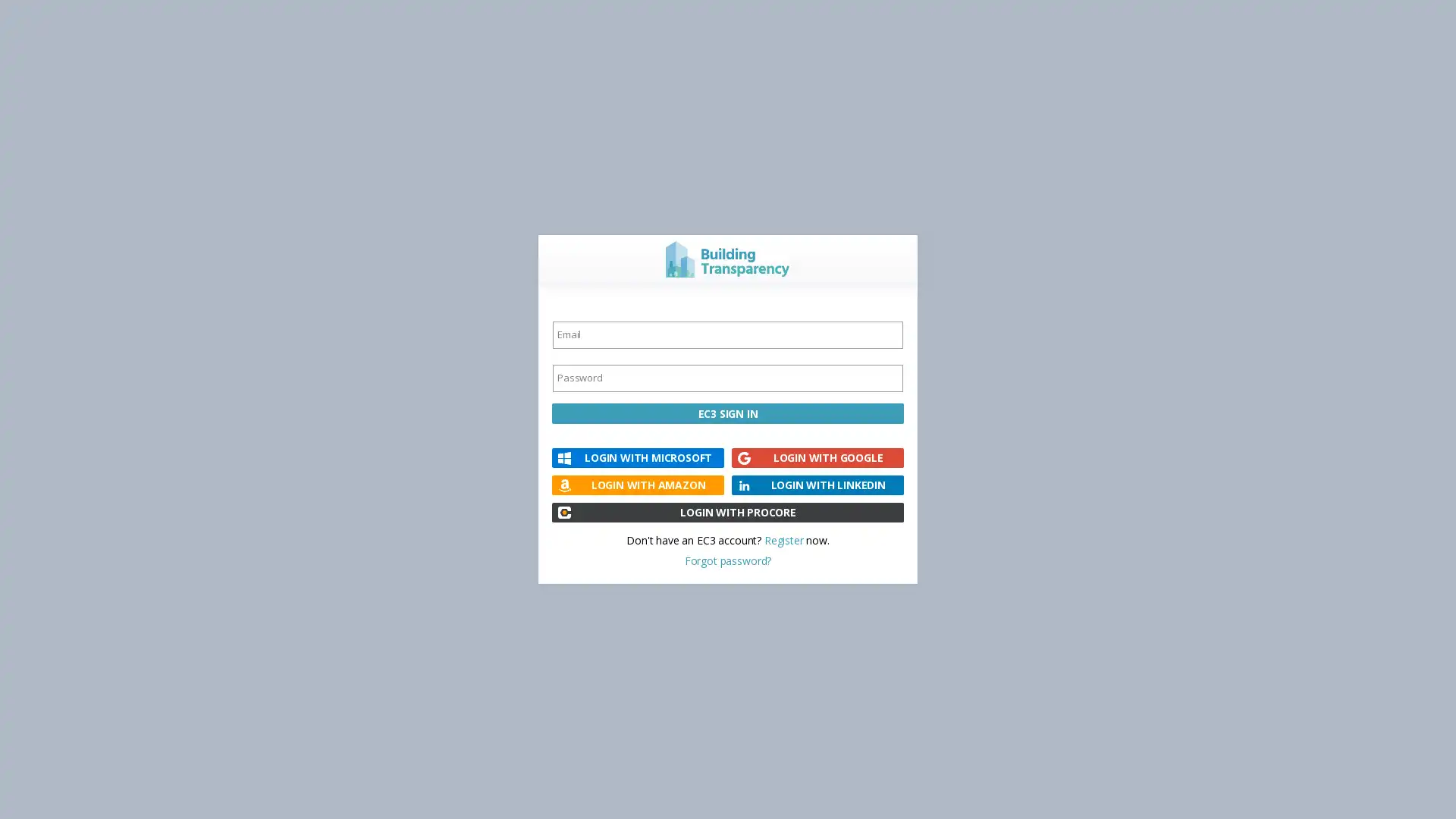  What do you see at coordinates (638, 488) in the screenshot?
I see `LOGIN WITH AMAZON` at bounding box center [638, 488].